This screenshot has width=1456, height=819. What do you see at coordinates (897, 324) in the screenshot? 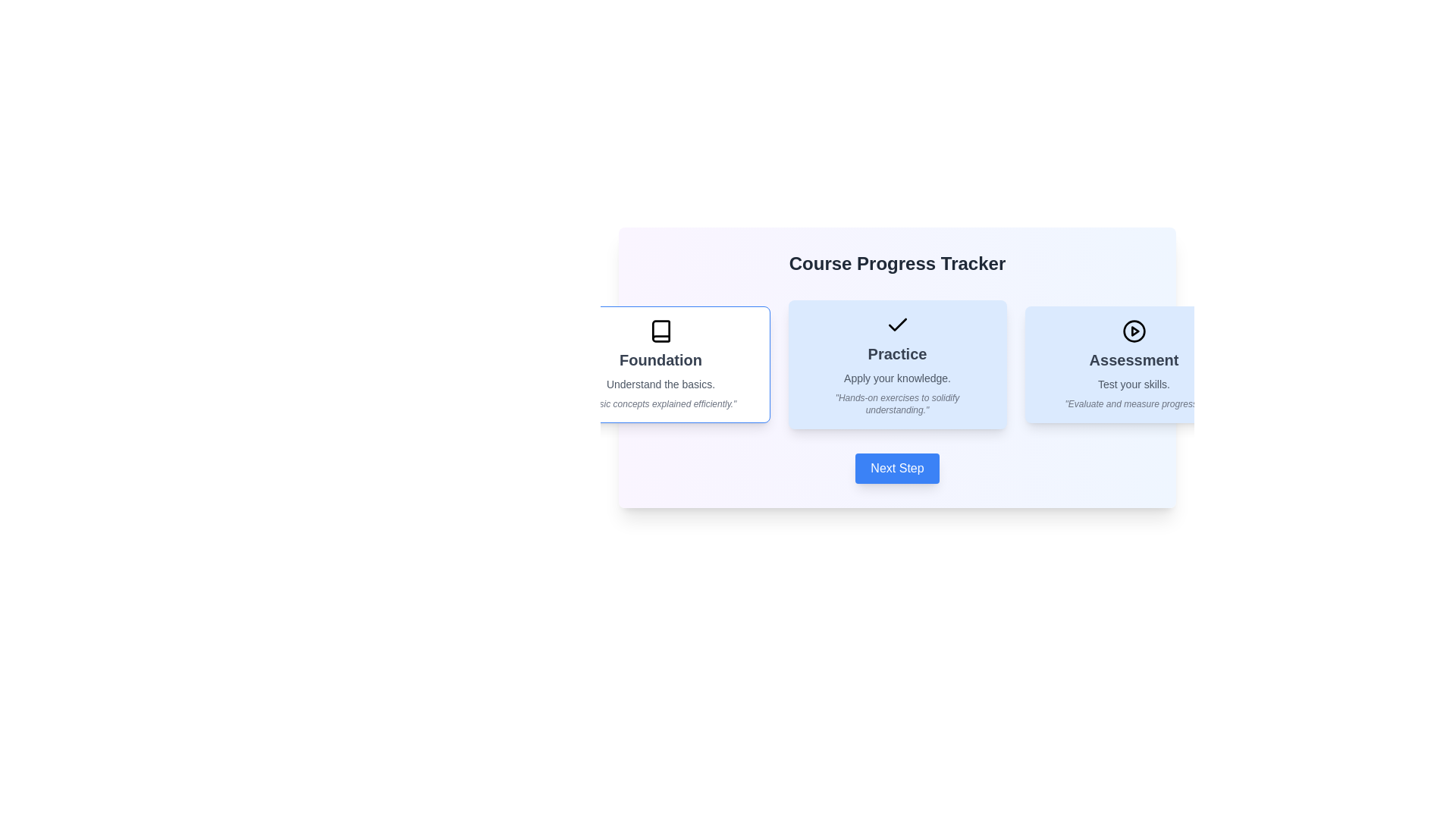
I see `the checkmark icon with a black stroke on a blue background, located at the top center of the second card labeled 'Practice'` at bounding box center [897, 324].